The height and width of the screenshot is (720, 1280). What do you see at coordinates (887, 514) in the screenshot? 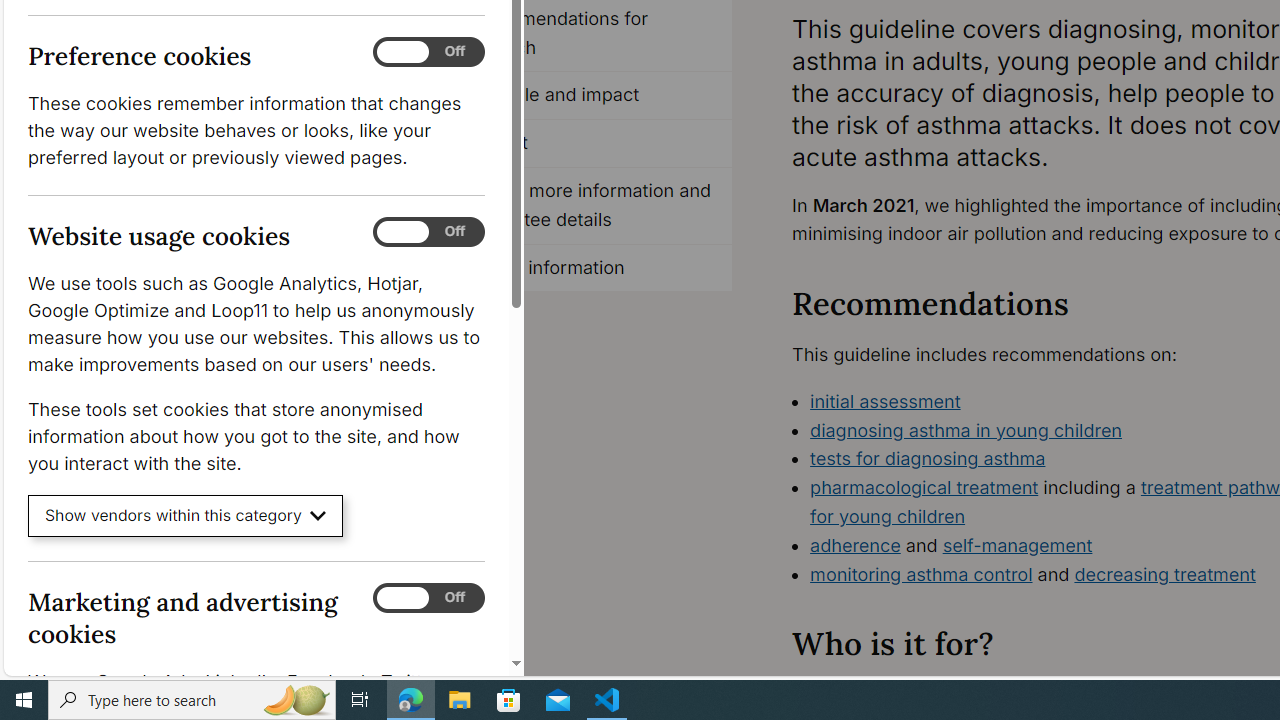
I see `'for young children'` at bounding box center [887, 514].